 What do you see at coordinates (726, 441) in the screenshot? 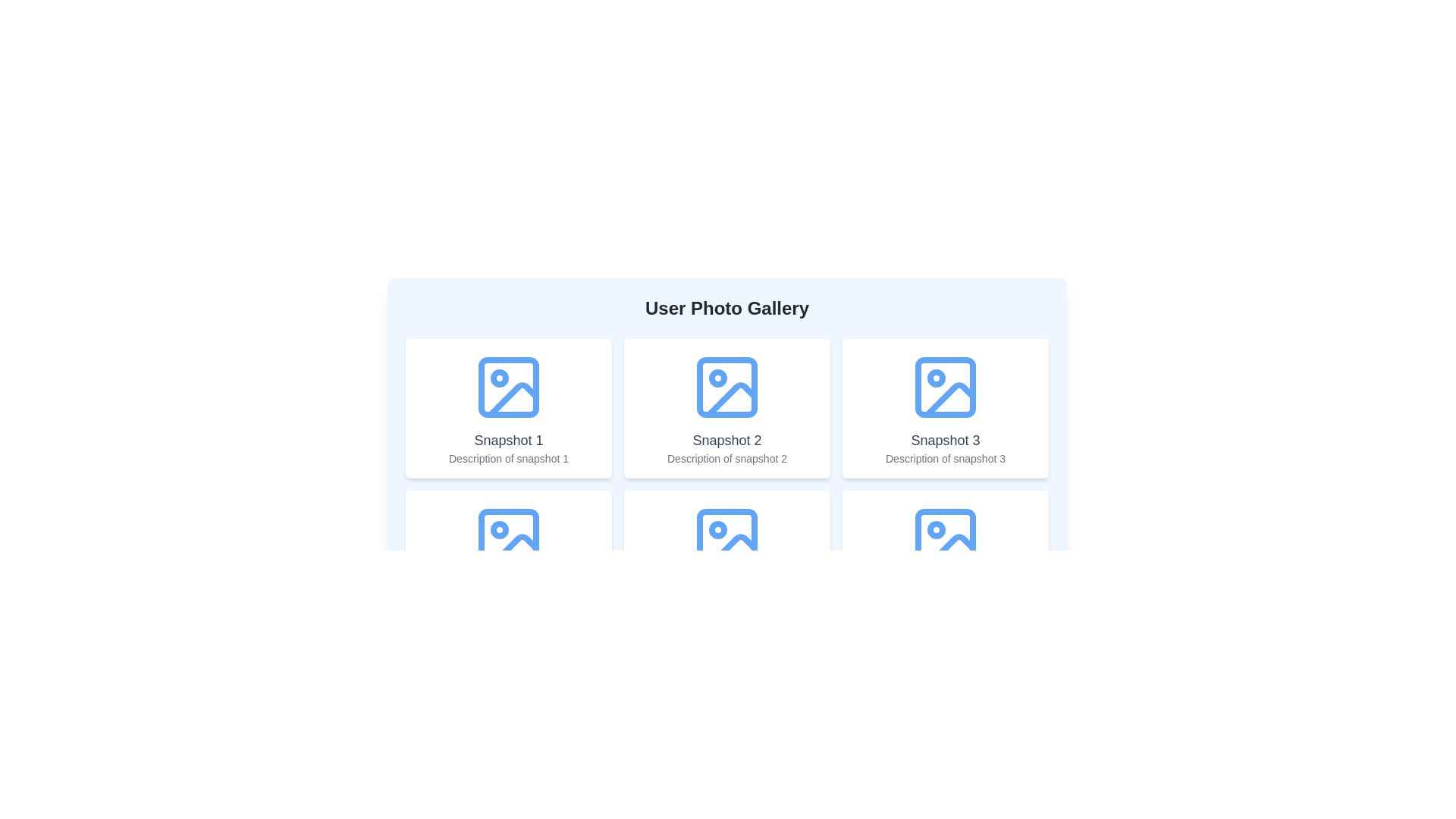
I see `the text label displaying 'Snapshot 2', which is styled in bold gray font and located beneath the image icon of Snapshot 2` at bounding box center [726, 441].